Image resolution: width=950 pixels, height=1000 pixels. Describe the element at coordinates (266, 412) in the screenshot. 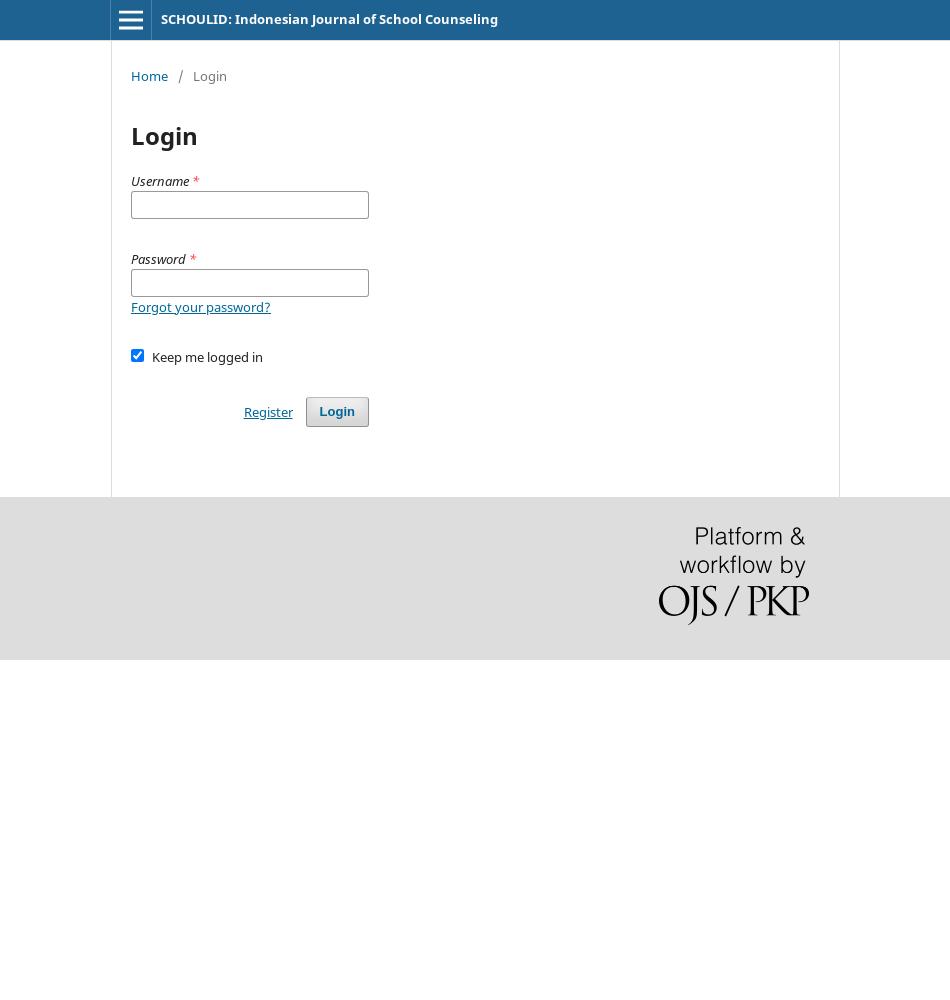

I see `'Register'` at that location.